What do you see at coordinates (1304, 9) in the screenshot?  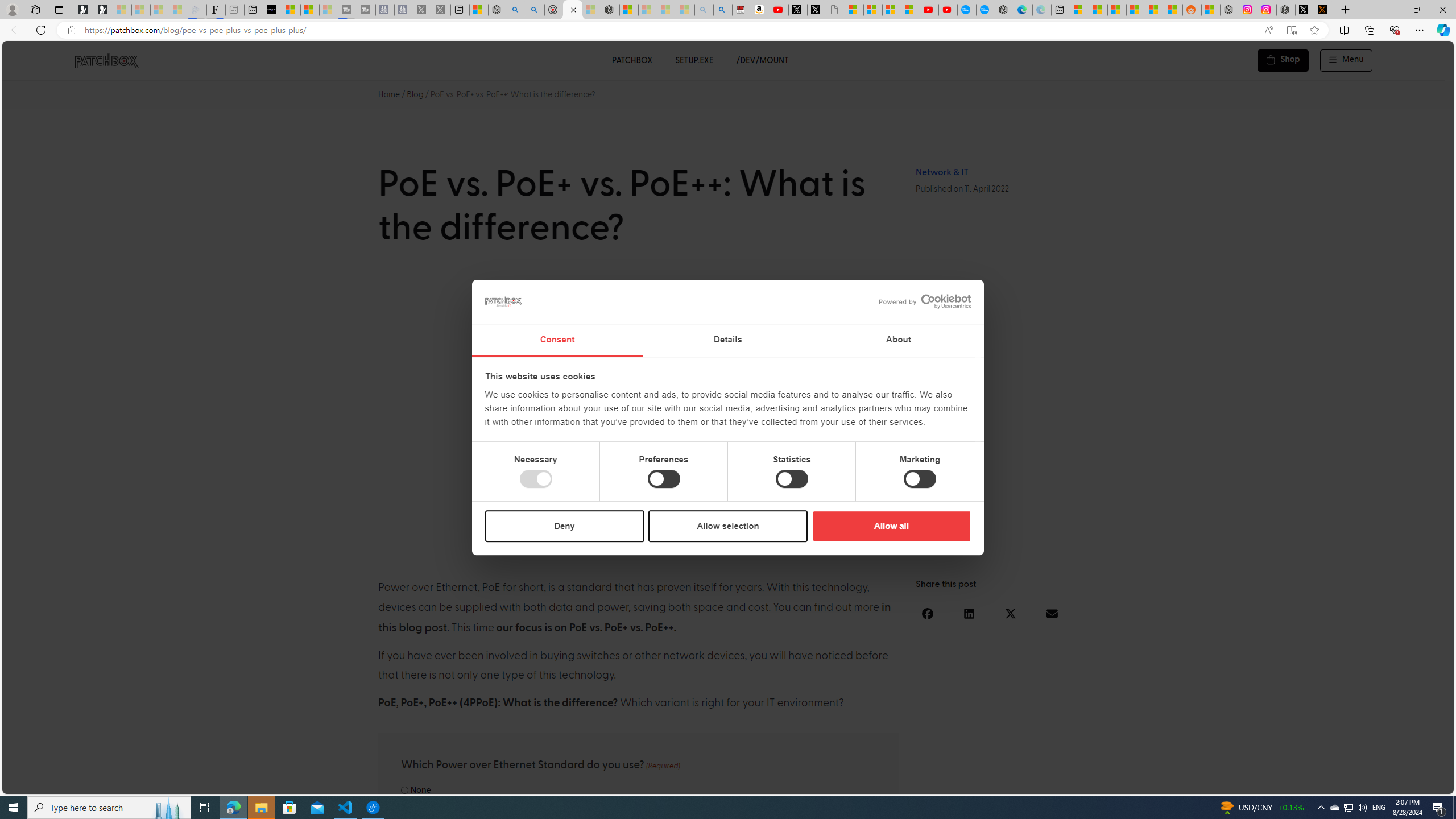 I see `'Nordace (@NordaceOfficial) / X'` at bounding box center [1304, 9].